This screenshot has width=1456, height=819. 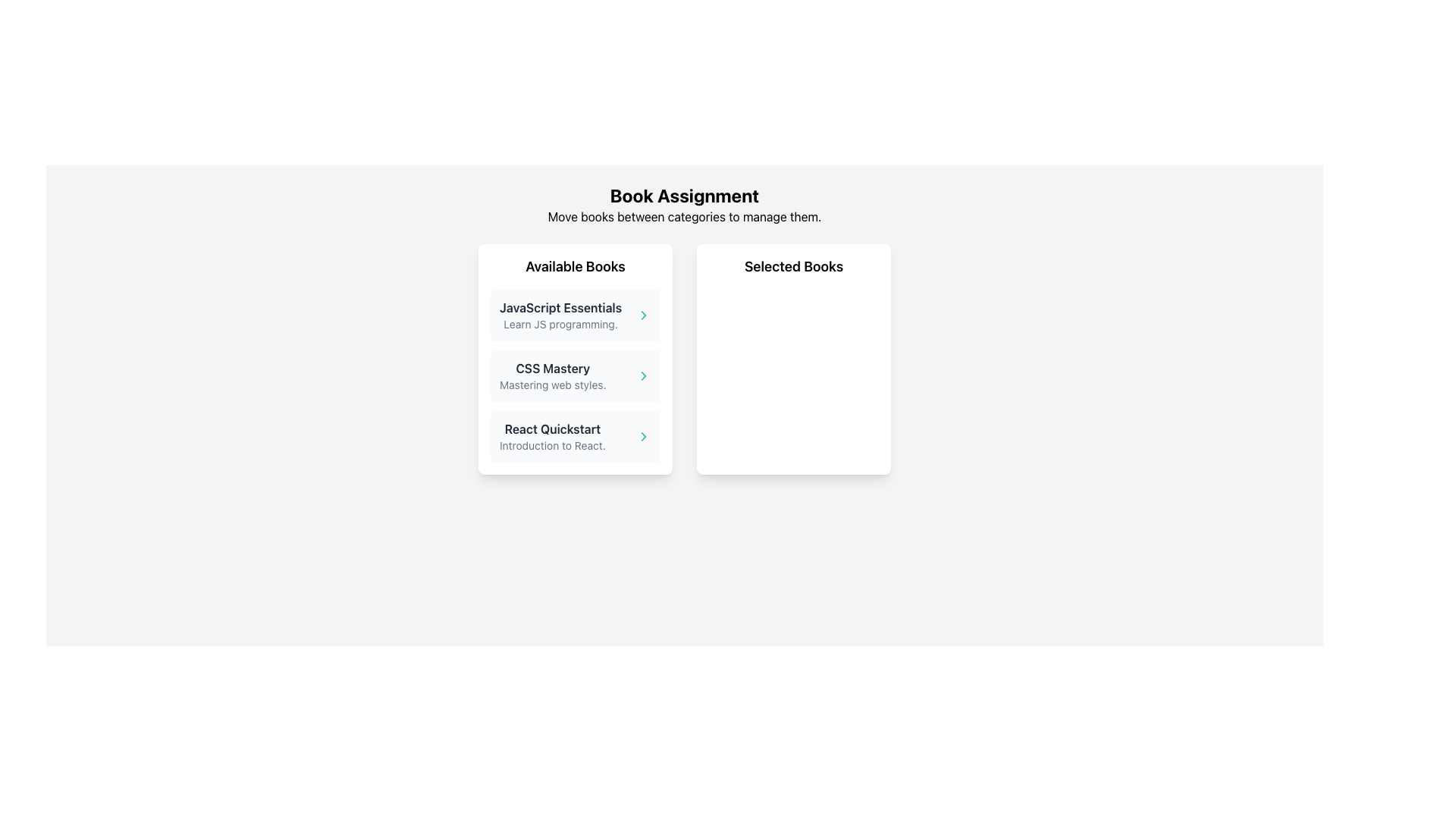 What do you see at coordinates (551, 436) in the screenshot?
I see `text from the label of the book titled 'React Quickstart' located in the 'Available Books' column, which is positioned below 'CSS Mastery.'` at bounding box center [551, 436].